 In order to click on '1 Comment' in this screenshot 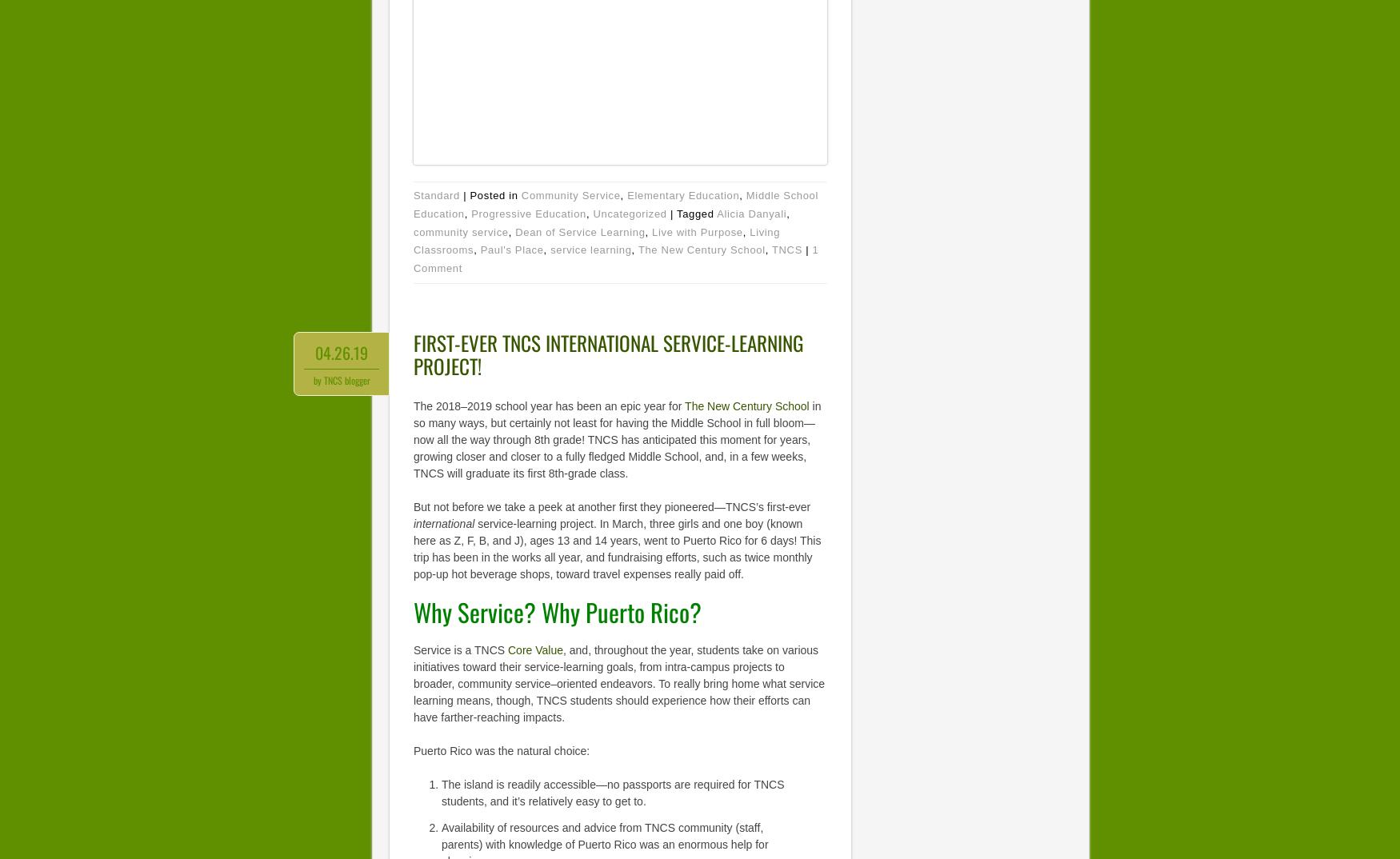, I will do `click(615, 258)`.